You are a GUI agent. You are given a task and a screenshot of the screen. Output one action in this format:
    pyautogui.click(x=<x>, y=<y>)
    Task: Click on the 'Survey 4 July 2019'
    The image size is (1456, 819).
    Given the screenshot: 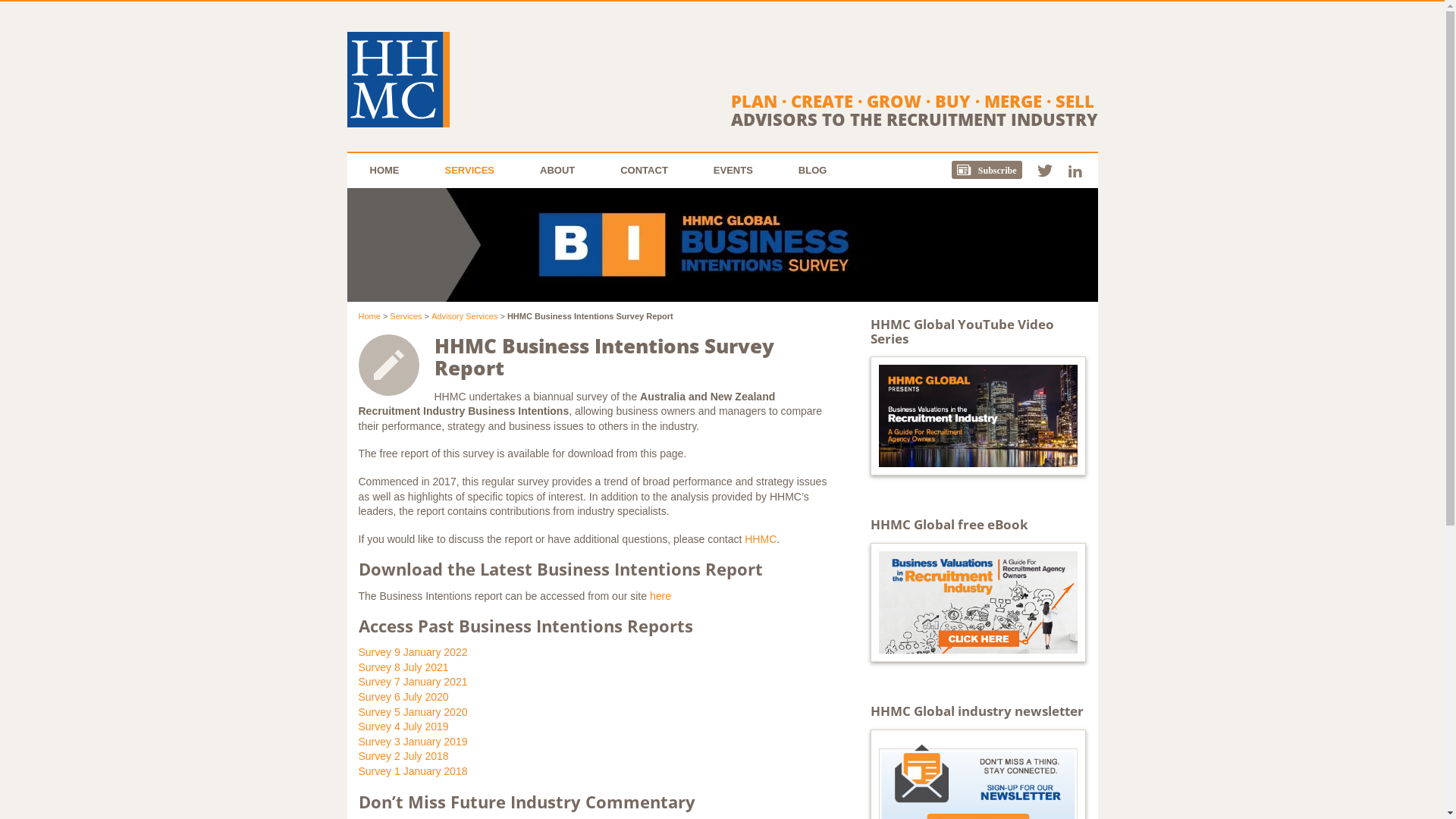 What is the action you would take?
    pyautogui.click(x=403, y=725)
    